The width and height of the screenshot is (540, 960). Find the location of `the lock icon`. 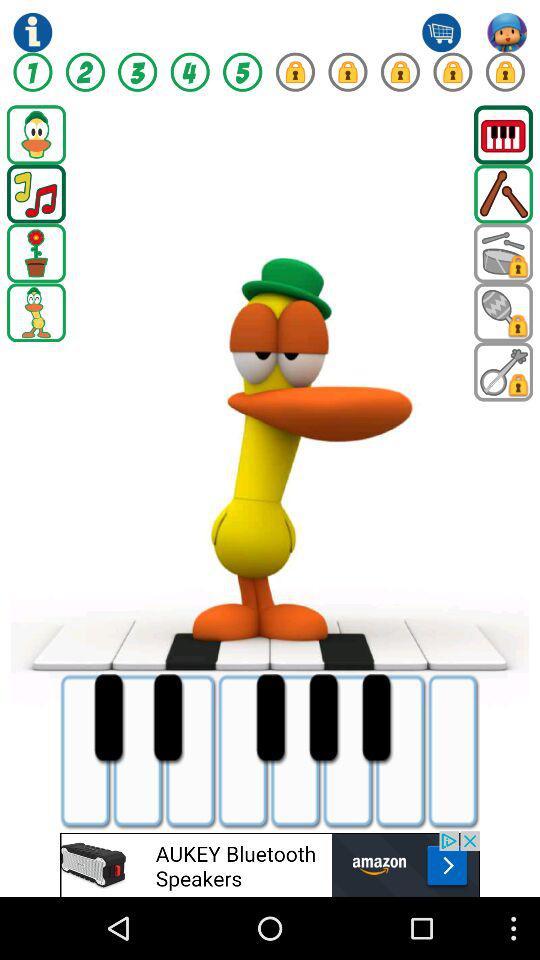

the lock icon is located at coordinates (294, 77).